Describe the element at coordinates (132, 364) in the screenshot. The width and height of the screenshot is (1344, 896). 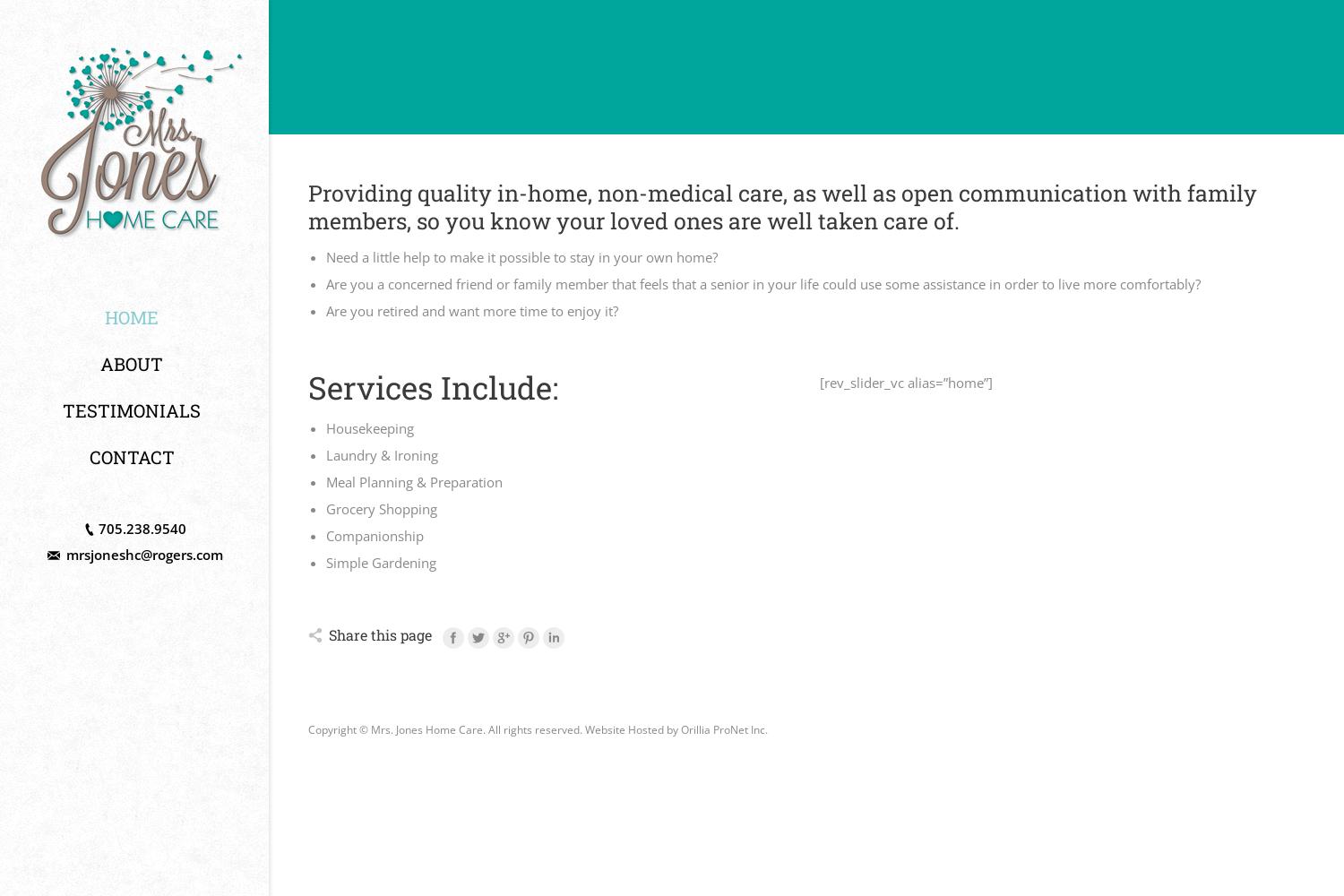
I see `'About'` at that location.